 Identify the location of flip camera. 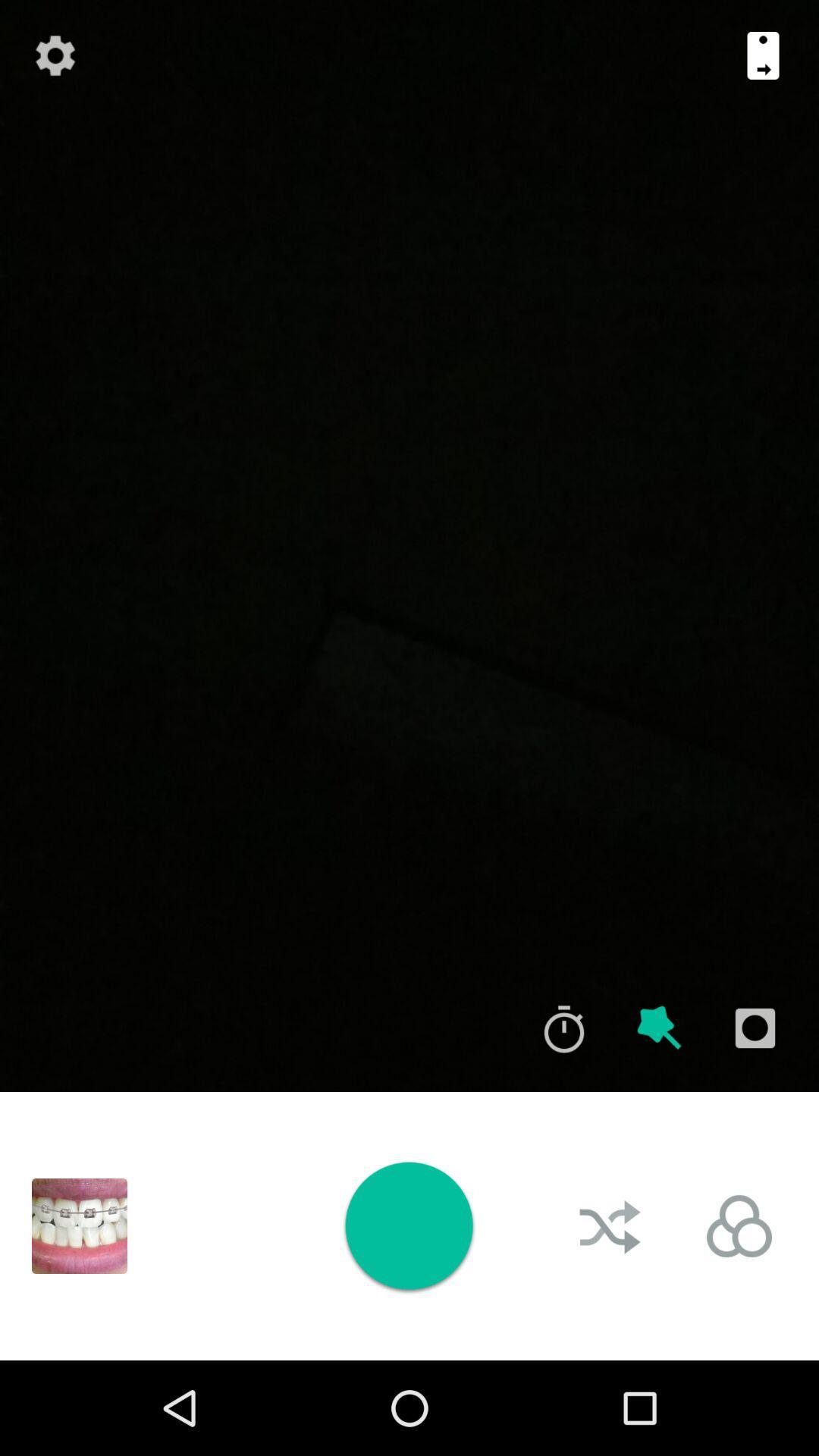
(763, 55).